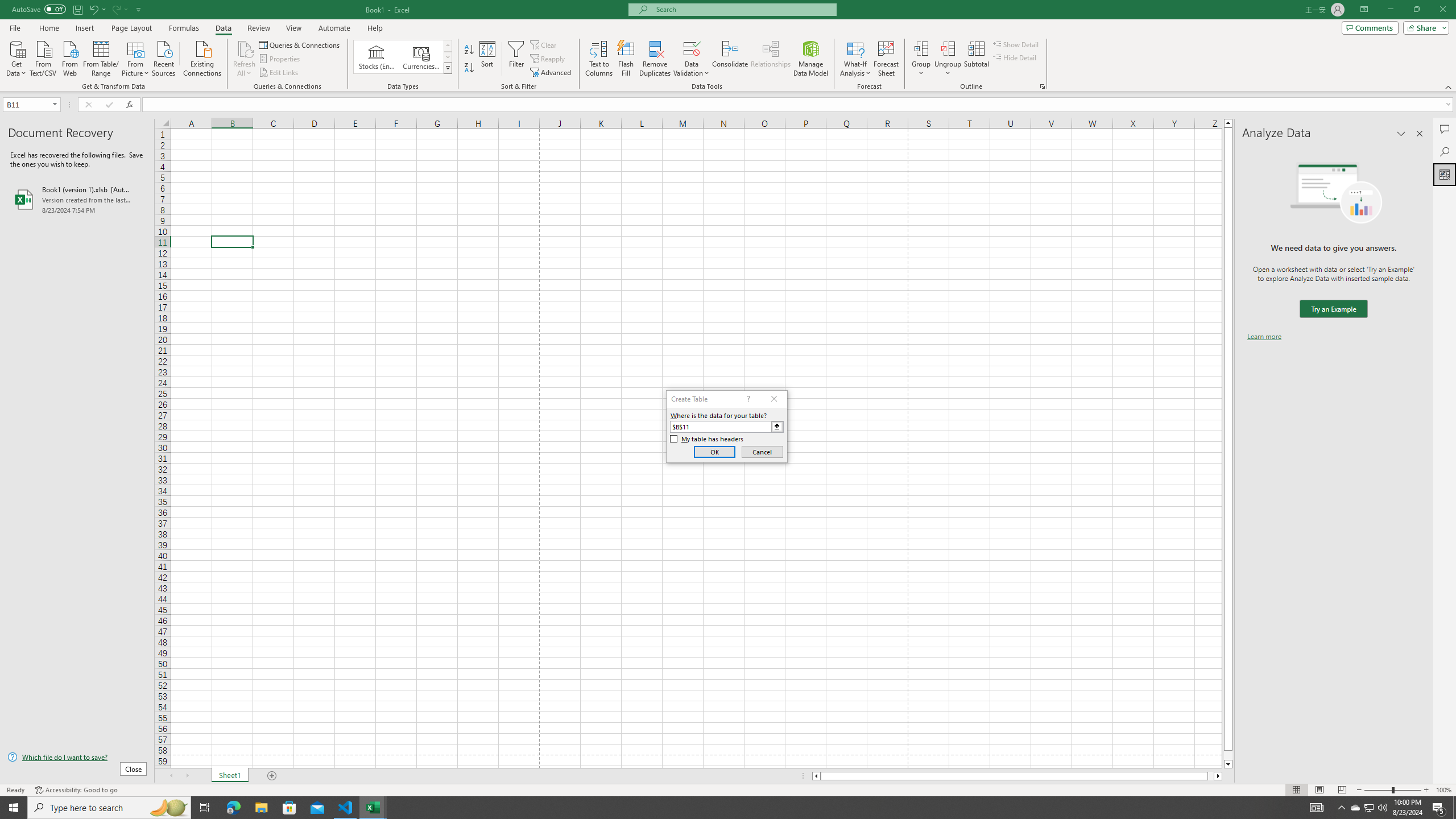  What do you see at coordinates (375, 56) in the screenshot?
I see `'Stocks (English)'` at bounding box center [375, 56].